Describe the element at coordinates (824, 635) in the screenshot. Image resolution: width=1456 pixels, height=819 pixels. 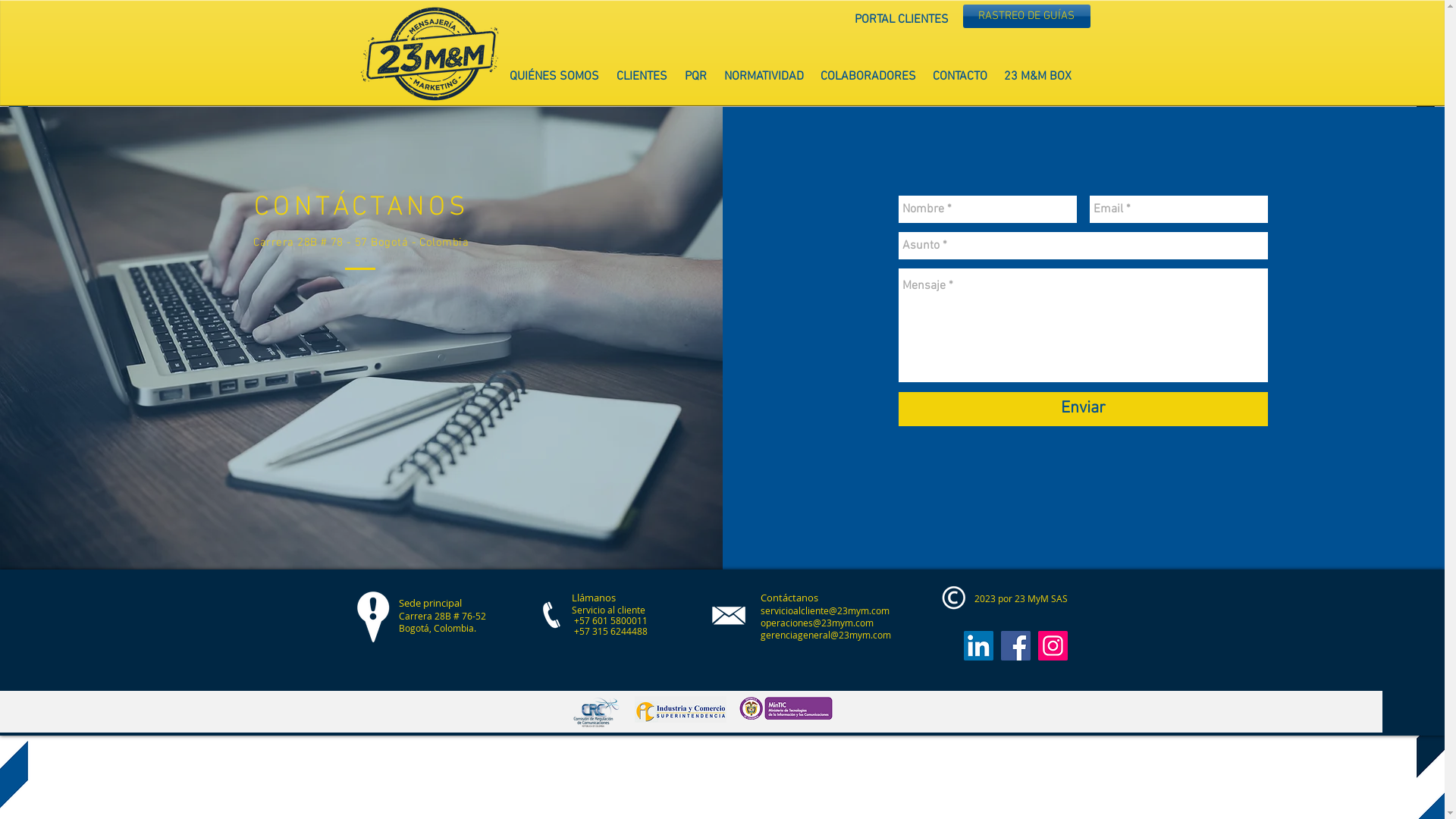
I see `'gerenciageneral@23mym.com'` at that location.